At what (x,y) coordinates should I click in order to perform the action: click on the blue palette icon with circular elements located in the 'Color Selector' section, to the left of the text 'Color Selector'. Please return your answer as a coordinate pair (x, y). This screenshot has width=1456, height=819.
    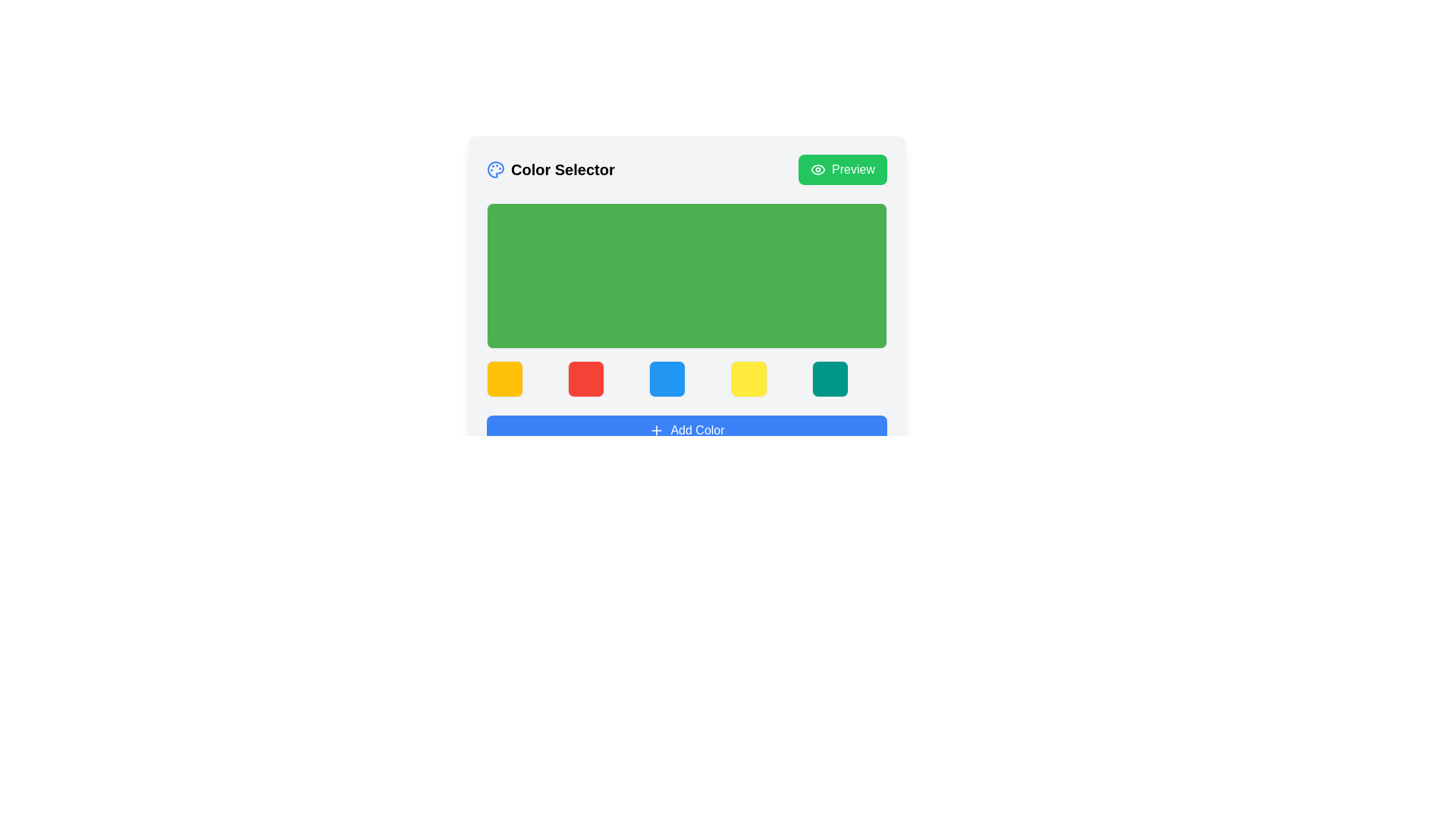
    Looking at the image, I should click on (495, 169).